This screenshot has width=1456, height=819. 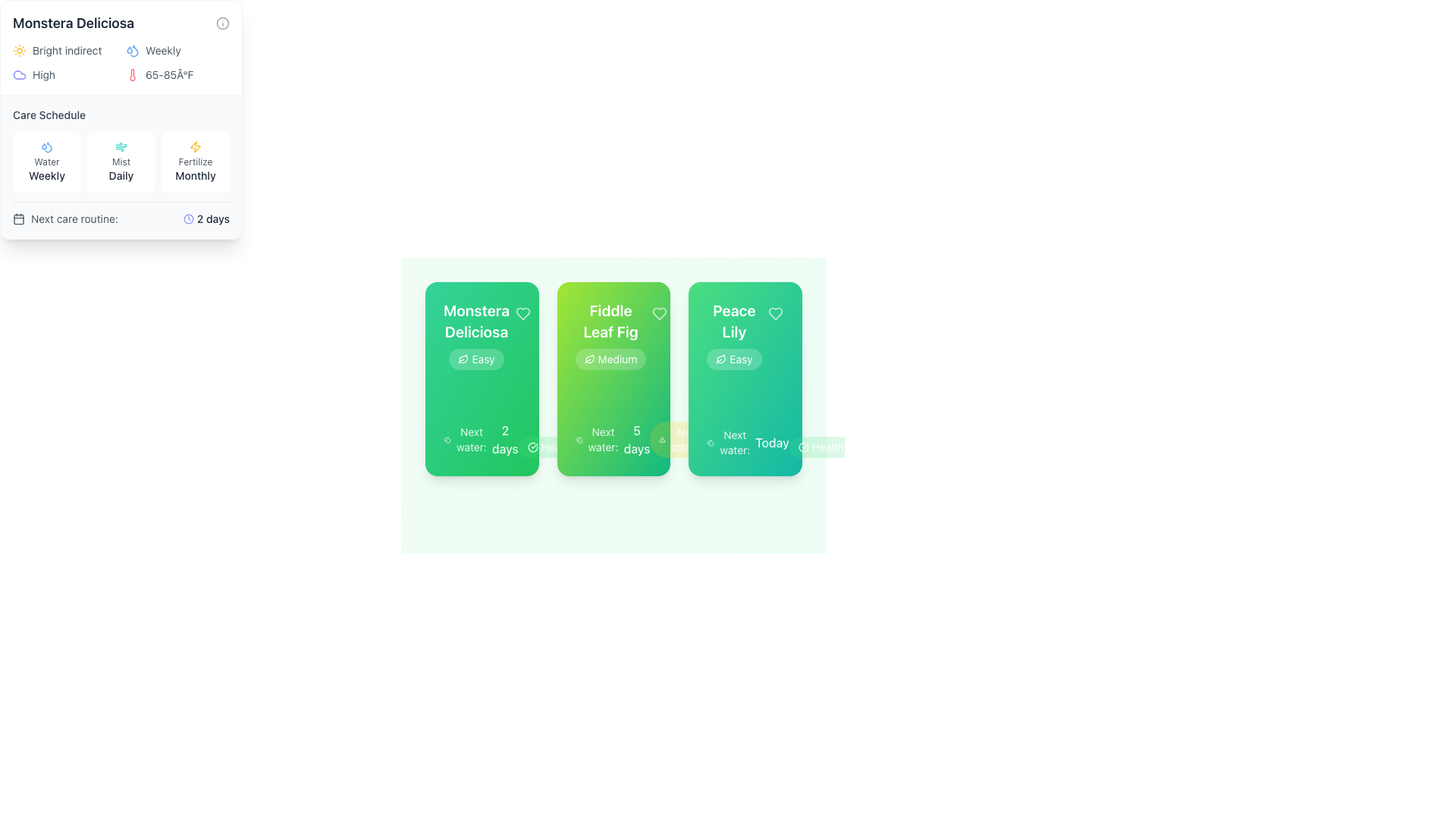 I want to click on the text display element that conveys the name 'Fiddle Leaf Fig' and its care level 'Medium', located at the center of the middle green card in a horizontal series of three cards, so click(x=610, y=334).